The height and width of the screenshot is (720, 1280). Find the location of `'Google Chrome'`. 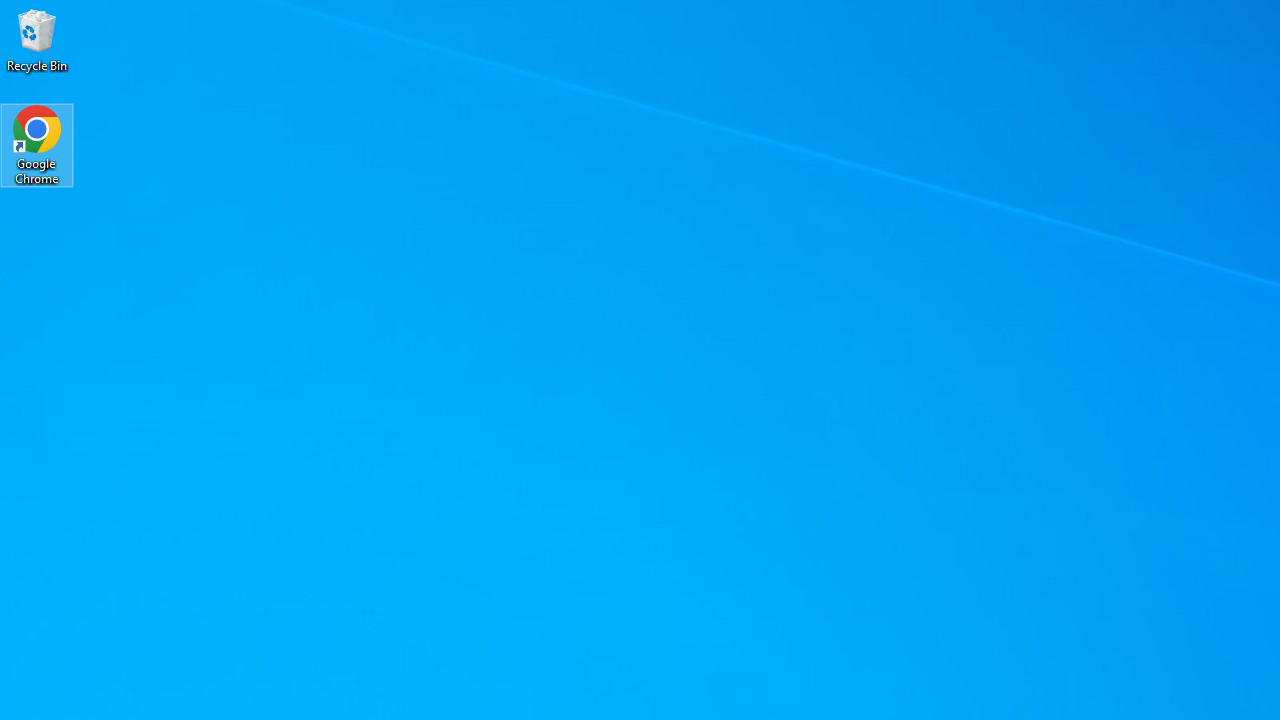

'Google Chrome' is located at coordinates (37, 144).